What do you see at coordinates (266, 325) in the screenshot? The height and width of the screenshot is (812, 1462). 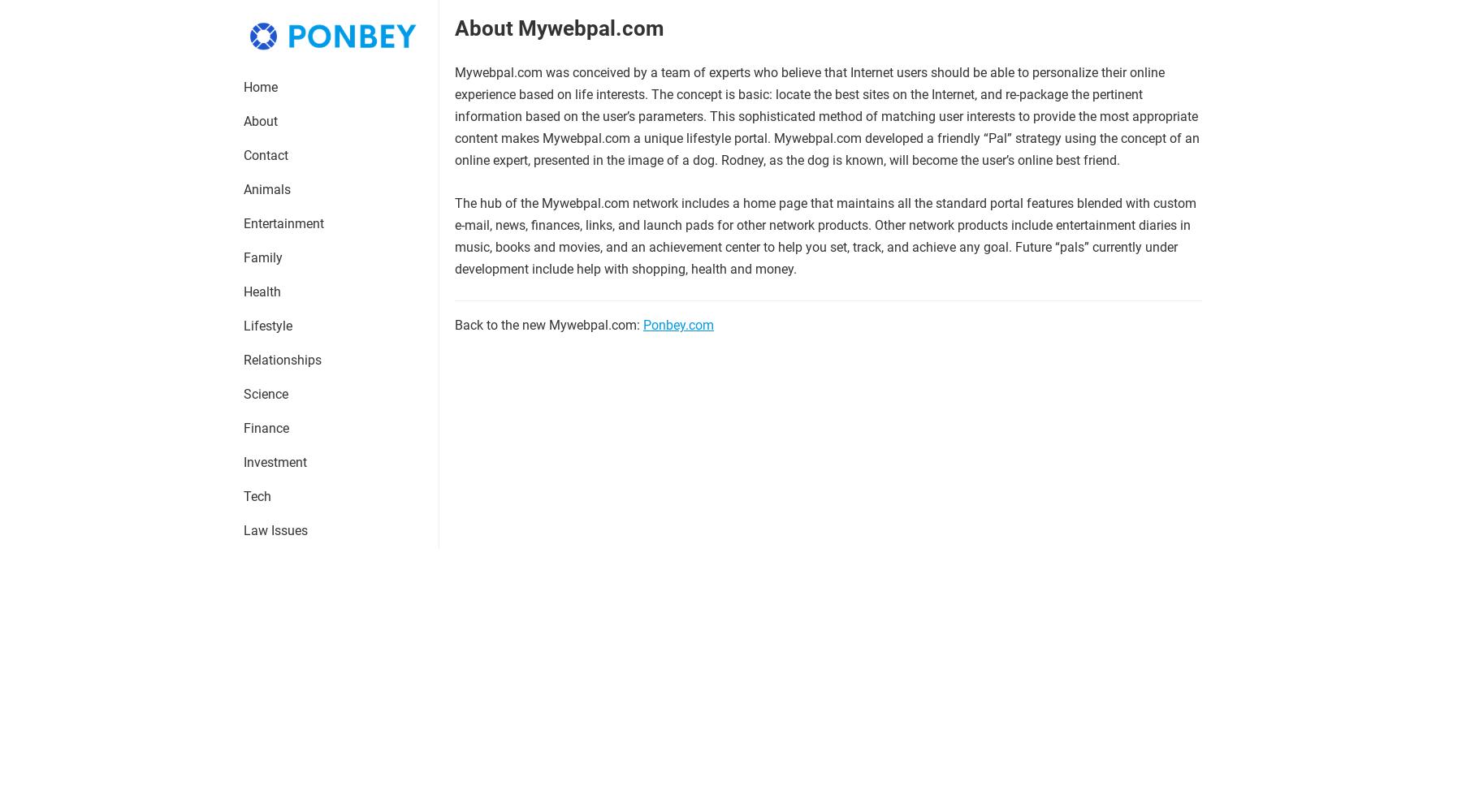 I see `'Lifestyle'` at bounding box center [266, 325].